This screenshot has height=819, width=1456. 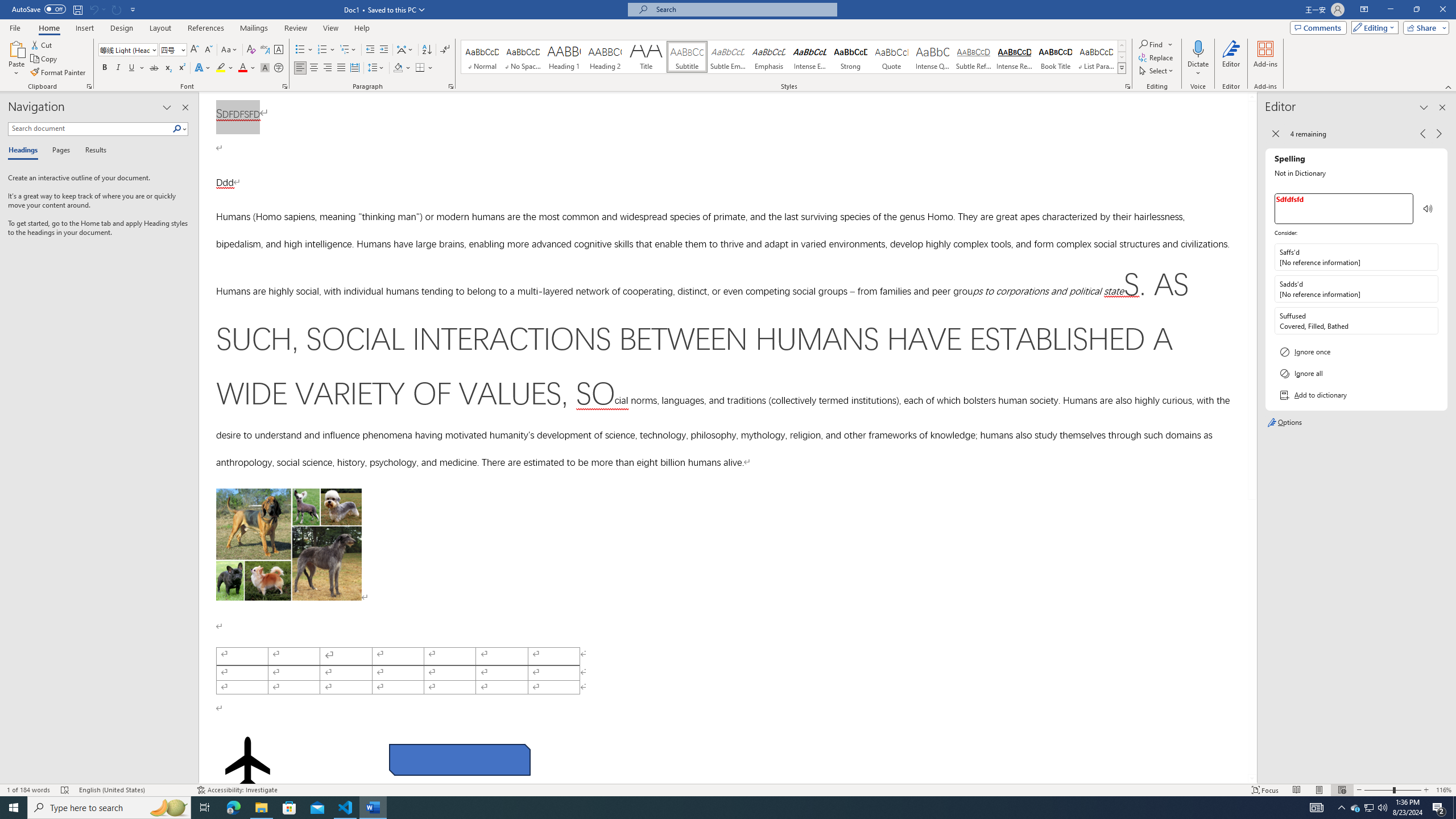 I want to click on 'Styles', so click(x=1122, y=67).